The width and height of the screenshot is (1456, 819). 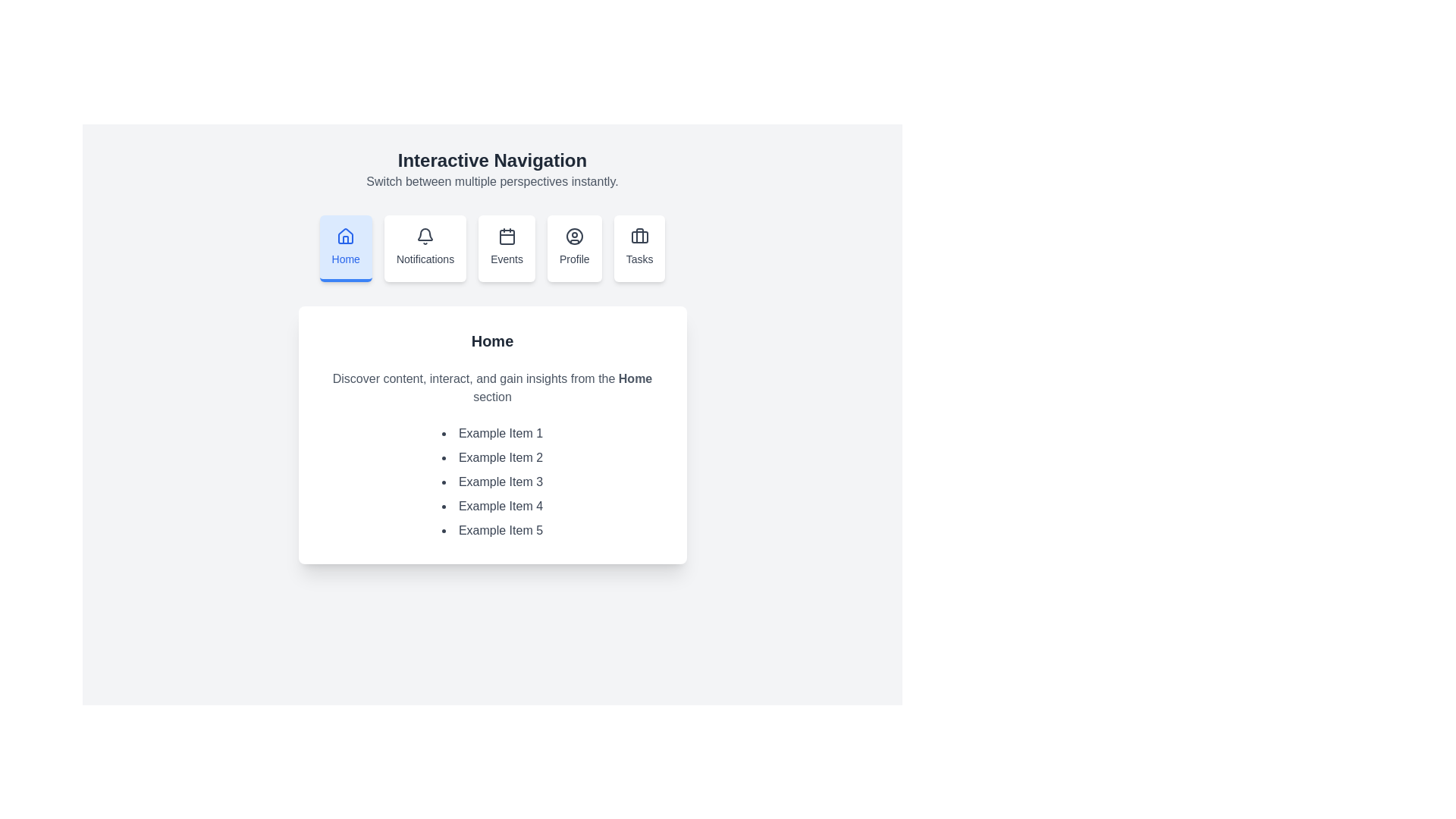 What do you see at coordinates (492, 433) in the screenshot?
I see `the text label reading 'Example Item 1' in the bulleted list, which is styled with a gray font color and is the first item in the list` at bounding box center [492, 433].